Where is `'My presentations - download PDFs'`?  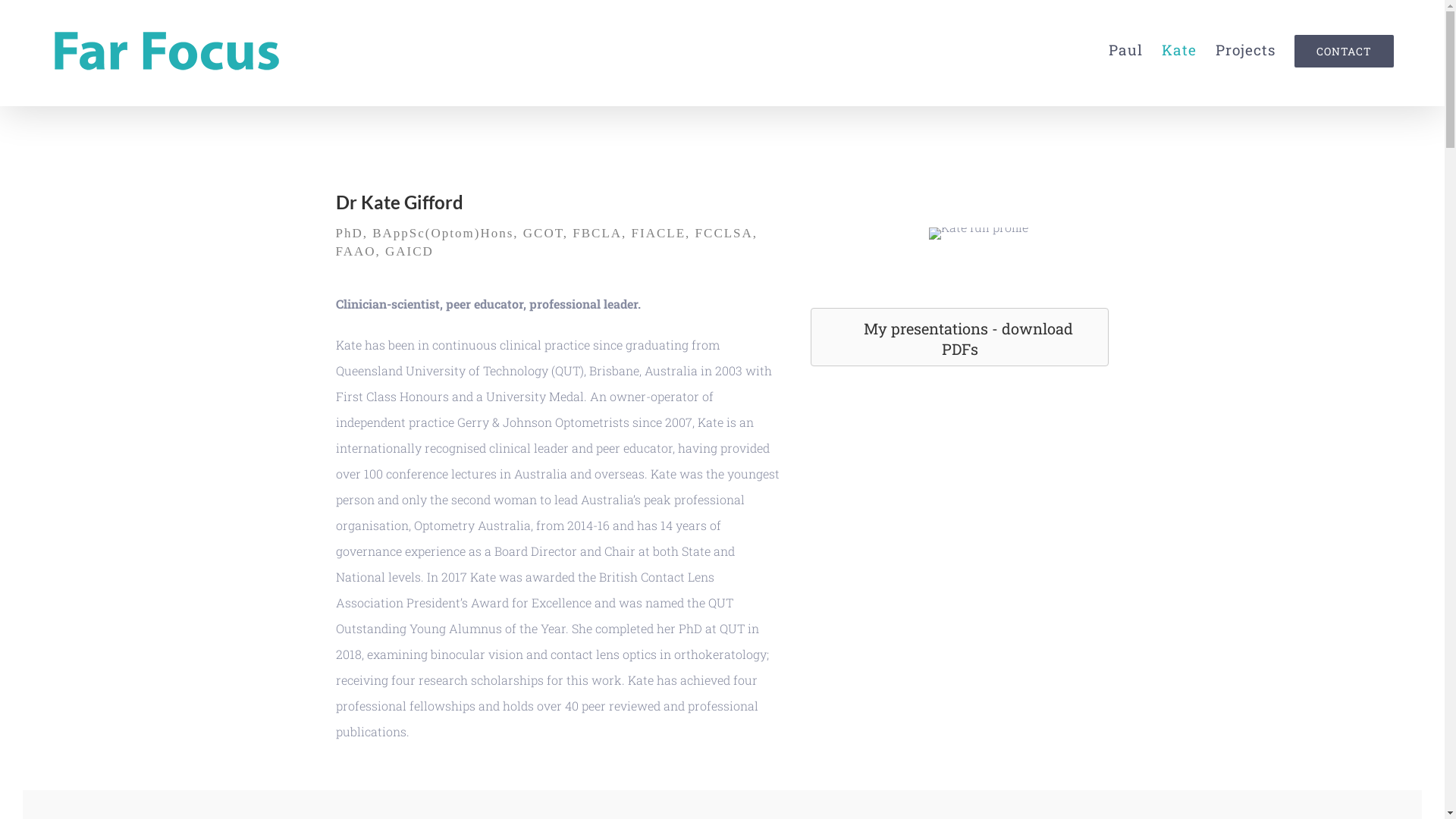 'My presentations - download PDFs' is located at coordinates (959, 336).